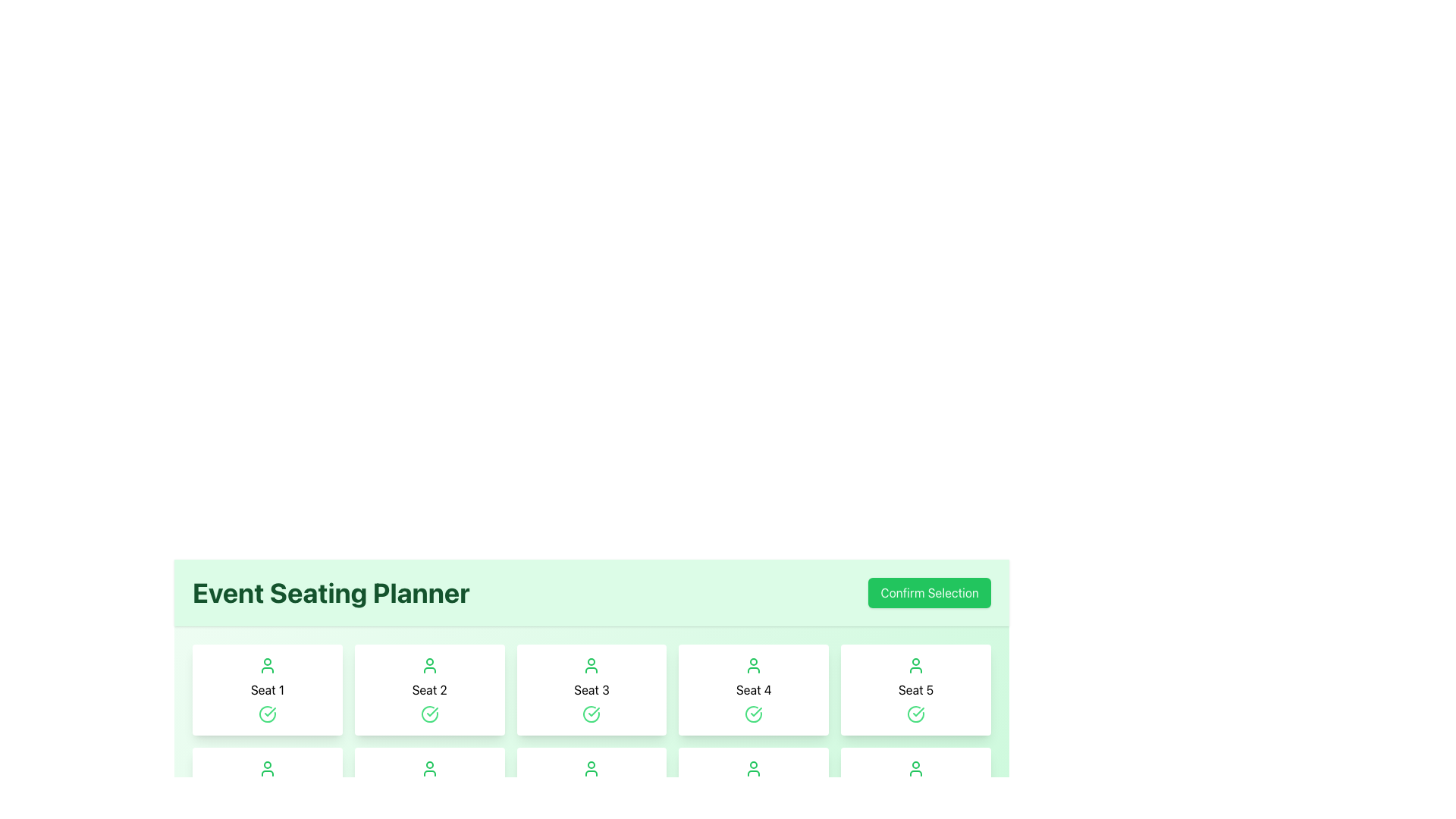  I want to click on the non-interactive text label indicating 'Seat 4', which is positioned in the grid layout between 'Seat 3' and 'Seat 5', so click(754, 690).